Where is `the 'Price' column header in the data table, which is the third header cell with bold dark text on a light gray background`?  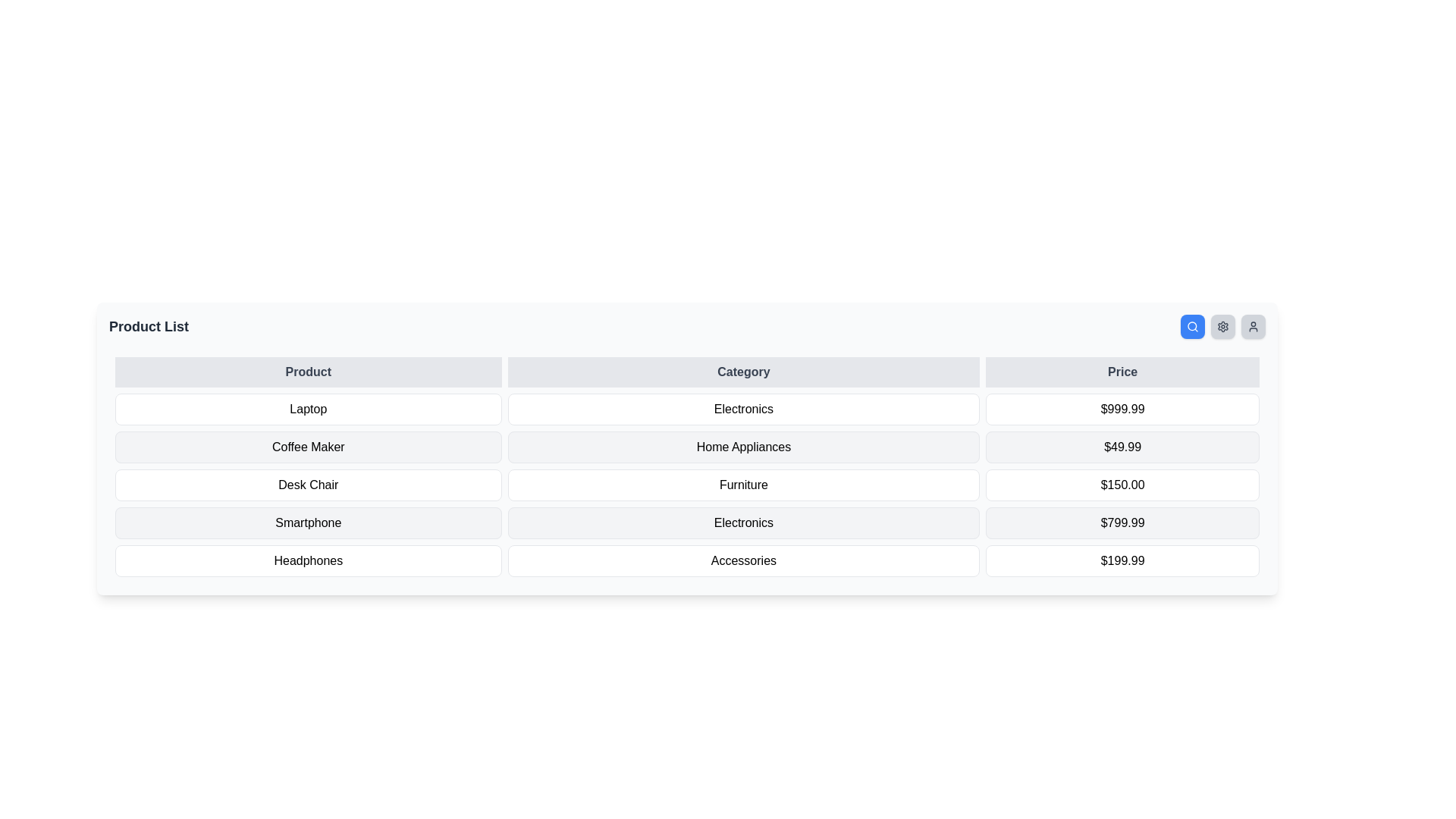 the 'Price' column header in the data table, which is the third header cell with bold dark text on a light gray background is located at coordinates (1122, 372).